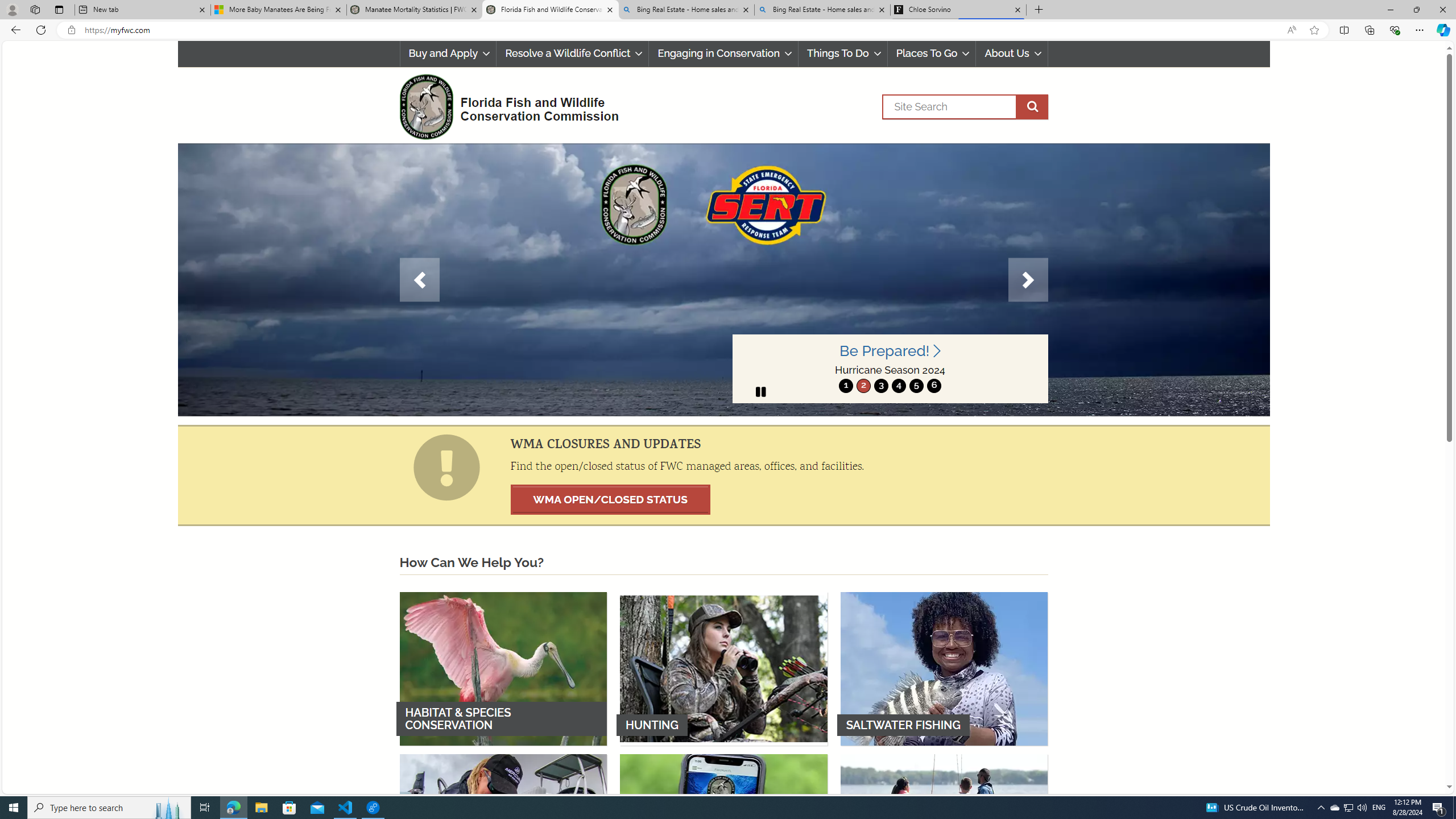  Describe the element at coordinates (723, 668) in the screenshot. I see `'HUNTING'` at that location.